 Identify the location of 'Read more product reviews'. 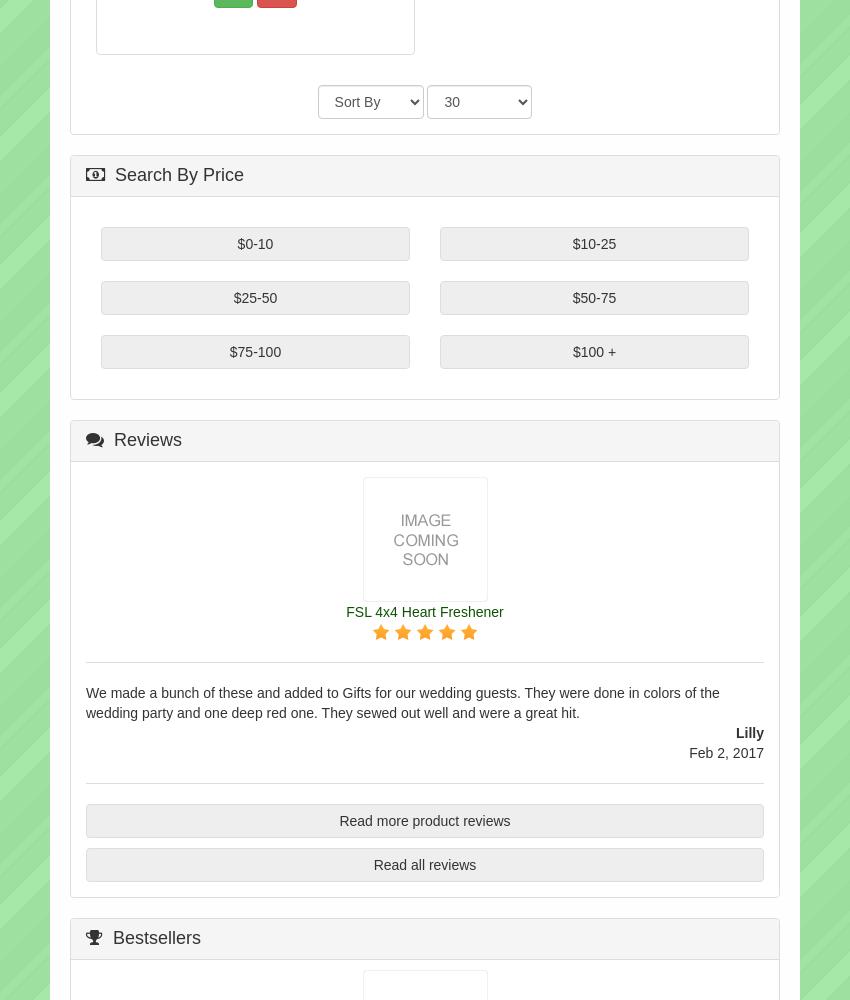
(338, 819).